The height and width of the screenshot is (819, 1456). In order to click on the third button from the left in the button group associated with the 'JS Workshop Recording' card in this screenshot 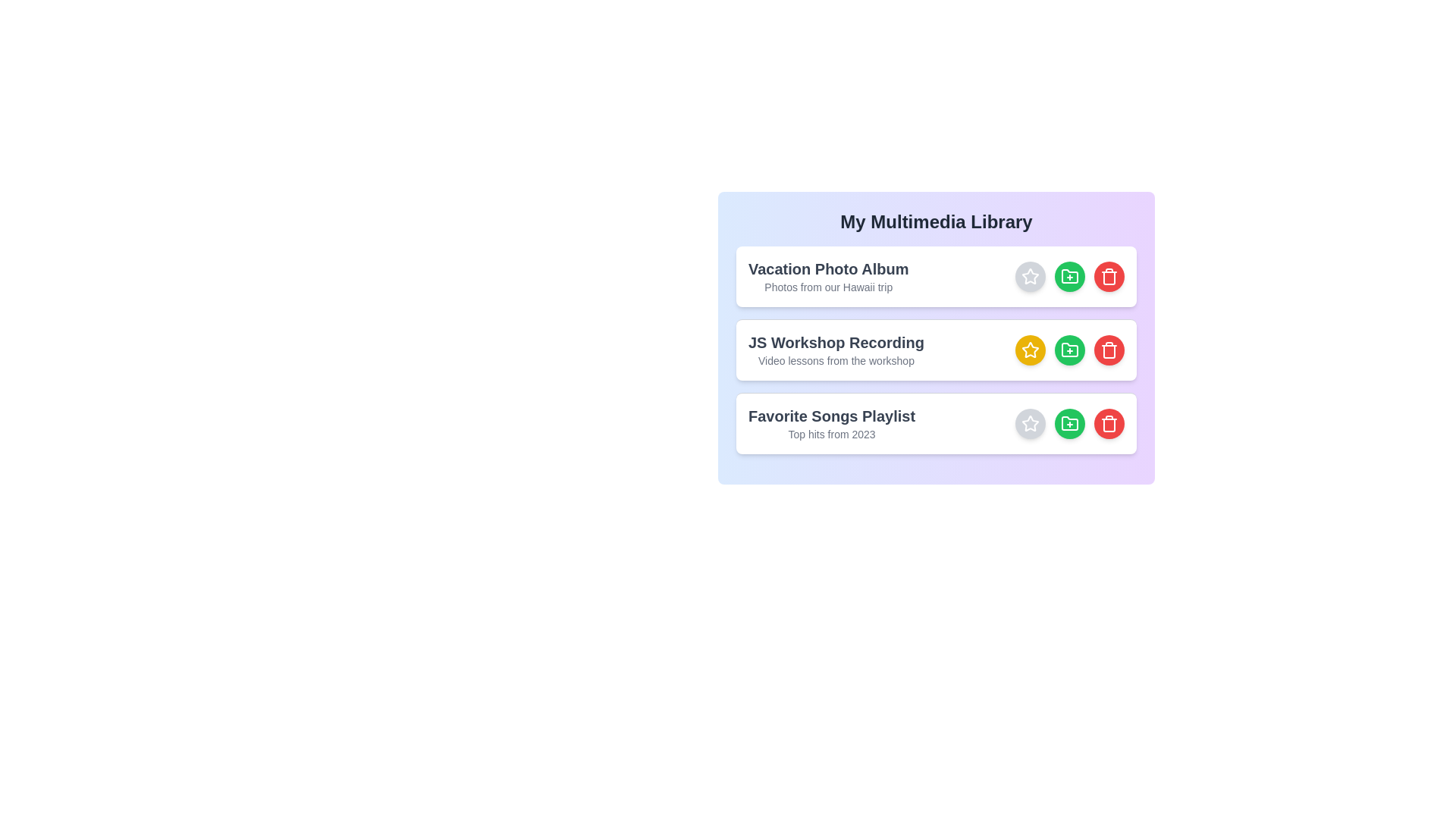, I will do `click(1069, 350)`.